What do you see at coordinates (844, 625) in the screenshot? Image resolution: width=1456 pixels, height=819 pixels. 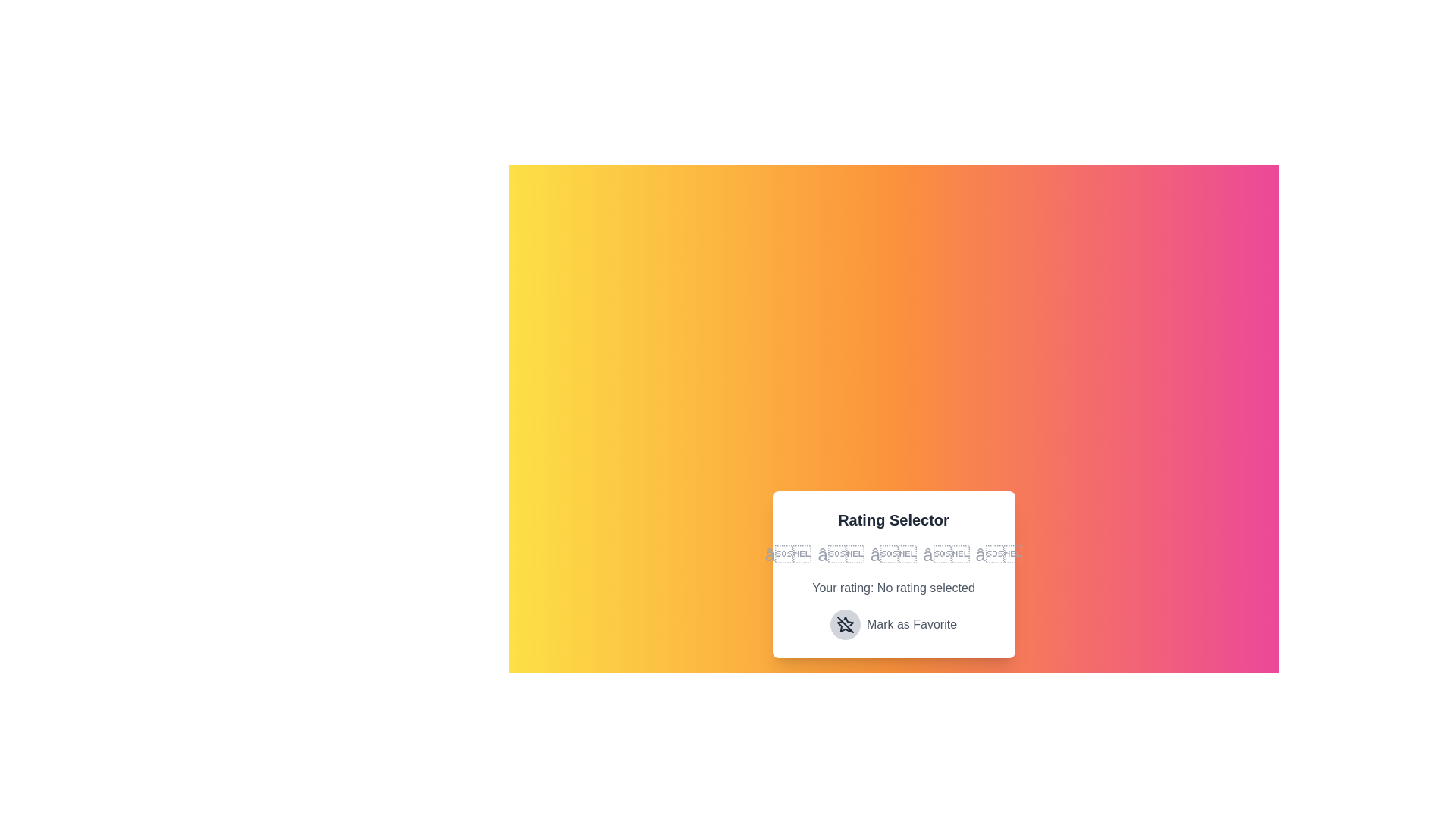 I see `the inactive star-shaped button with a light gray background and black outline, located to the left of 'Mark as Favorite', to mark it as a favorite` at bounding box center [844, 625].